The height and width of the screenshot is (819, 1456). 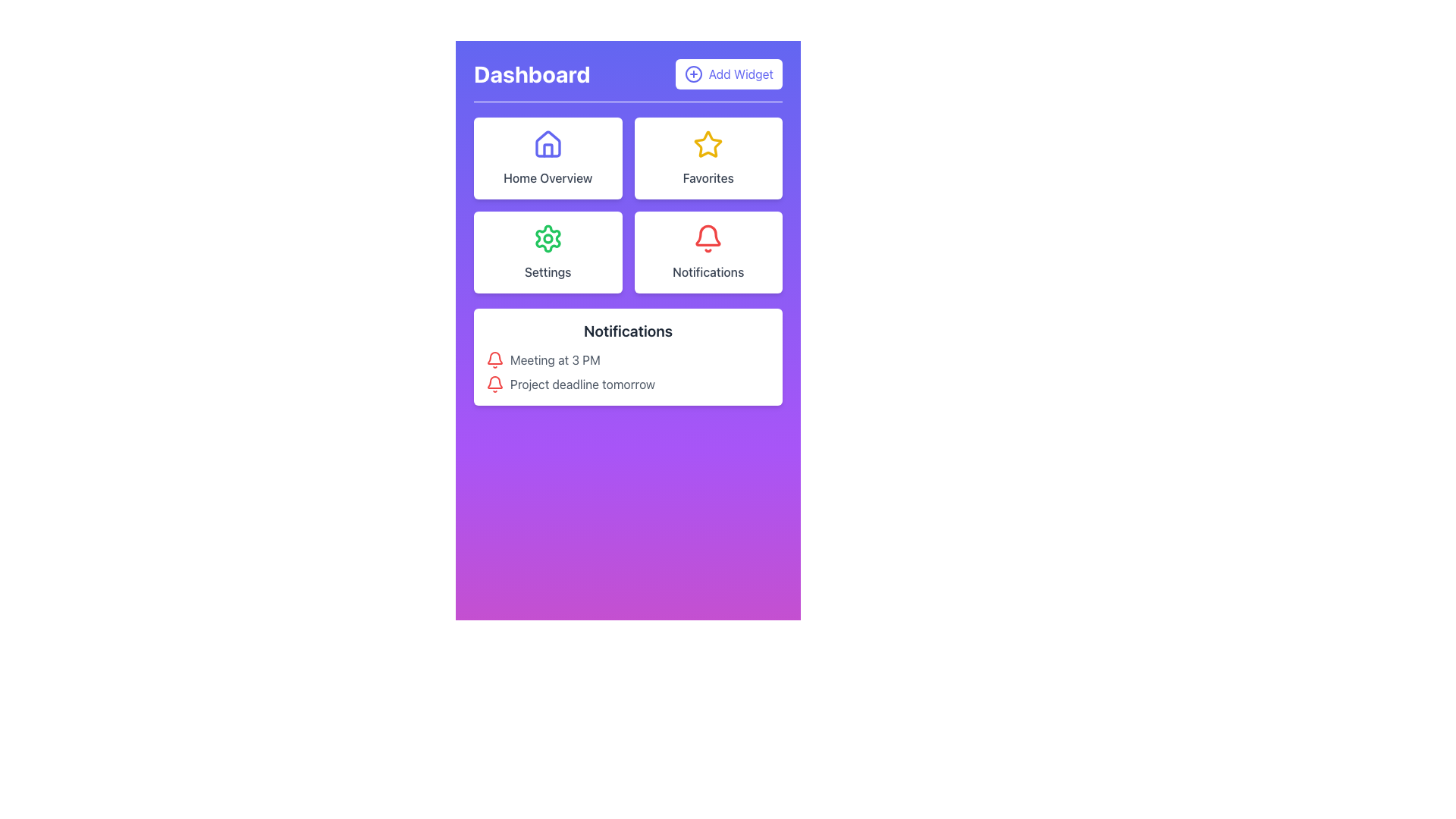 I want to click on the icon button located at the top-right corner of the dashboard interface, just to the right of the word 'Dashboard', so click(x=692, y=74).